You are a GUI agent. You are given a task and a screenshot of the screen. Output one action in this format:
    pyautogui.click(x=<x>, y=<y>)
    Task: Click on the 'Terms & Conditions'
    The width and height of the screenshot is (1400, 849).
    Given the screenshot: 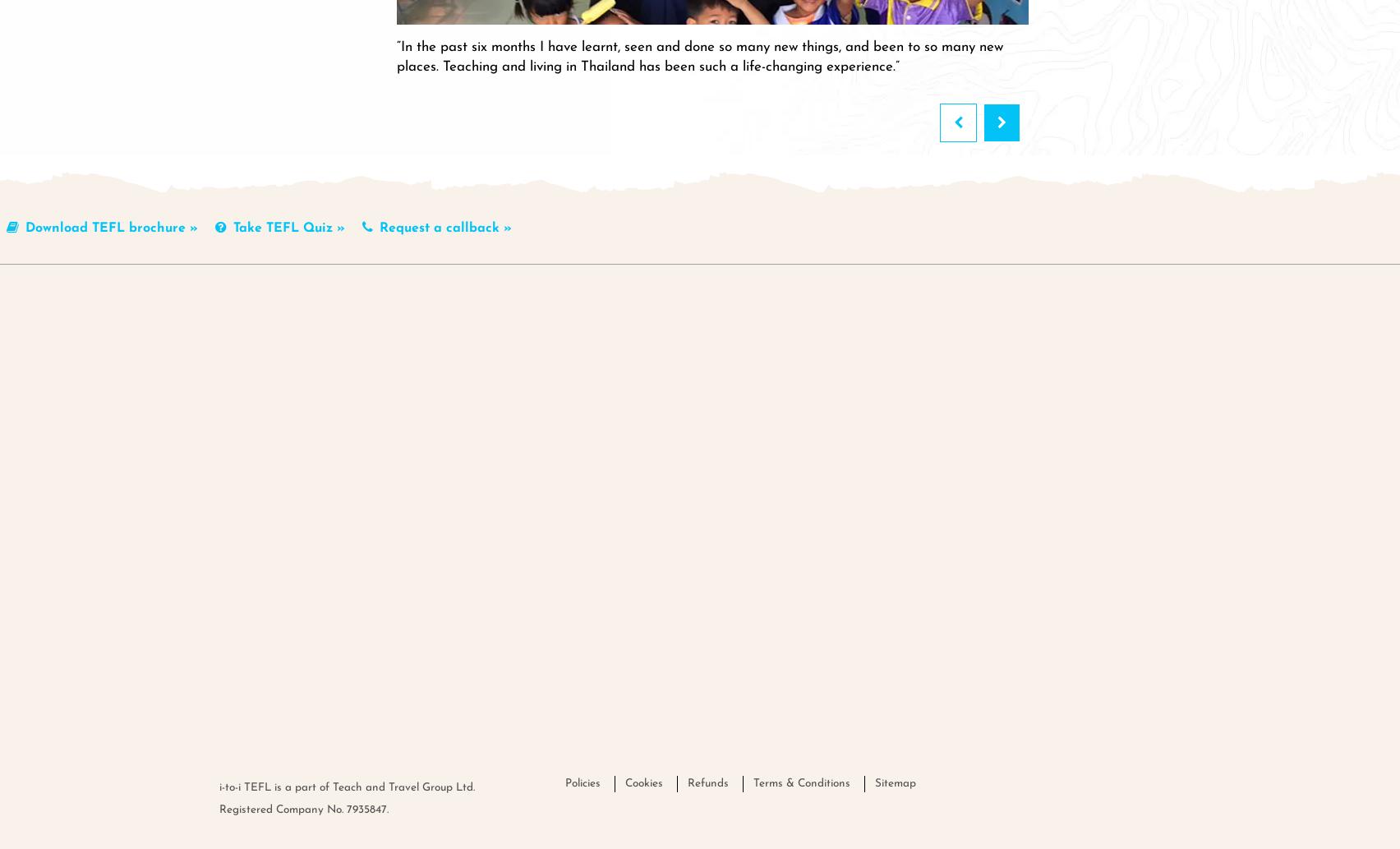 What is the action you would take?
    pyautogui.click(x=802, y=782)
    